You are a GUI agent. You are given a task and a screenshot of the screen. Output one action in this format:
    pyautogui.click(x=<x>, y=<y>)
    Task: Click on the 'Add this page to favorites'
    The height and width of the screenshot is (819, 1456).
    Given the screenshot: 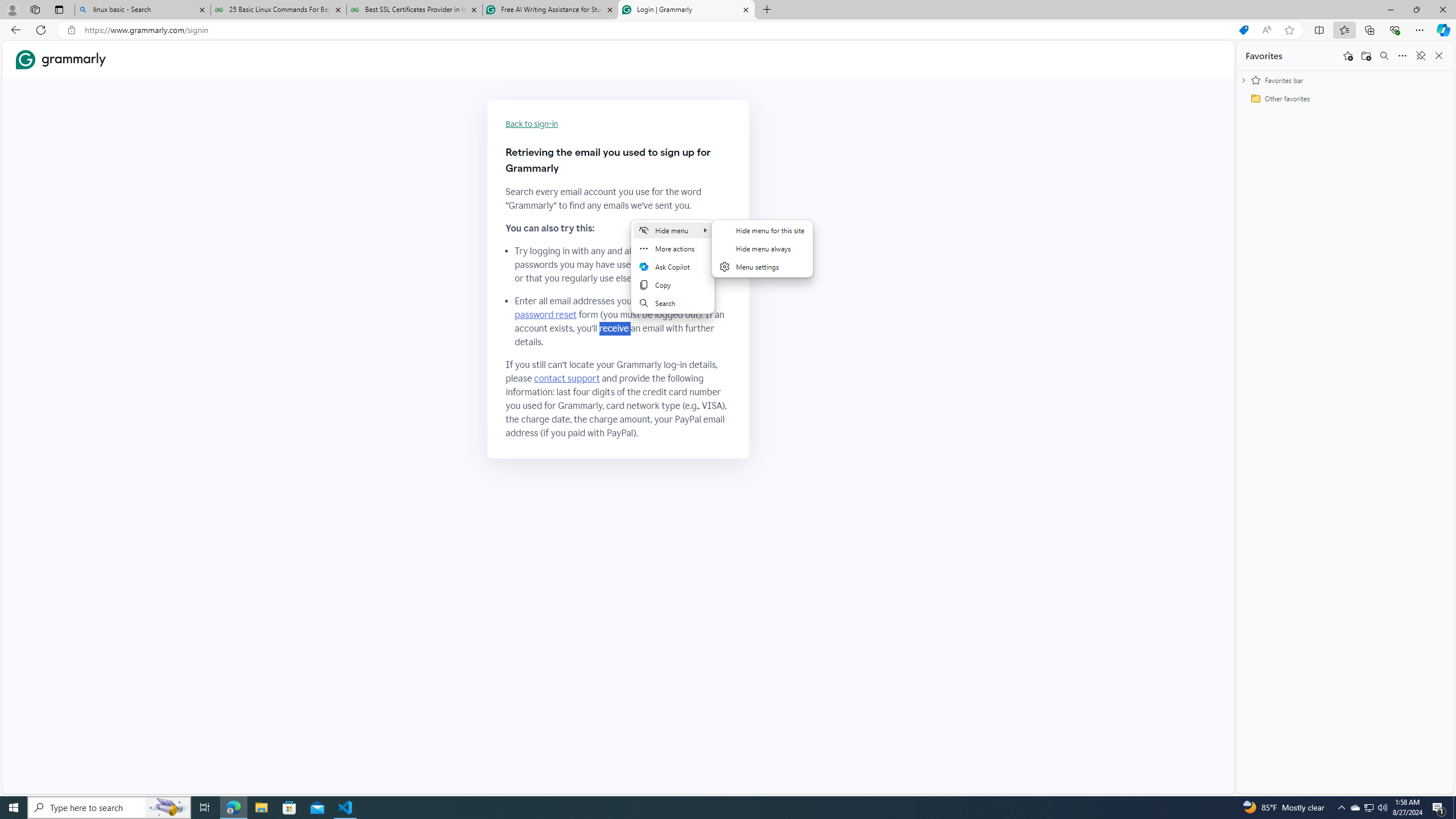 What is the action you would take?
    pyautogui.click(x=1347, y=55)
    